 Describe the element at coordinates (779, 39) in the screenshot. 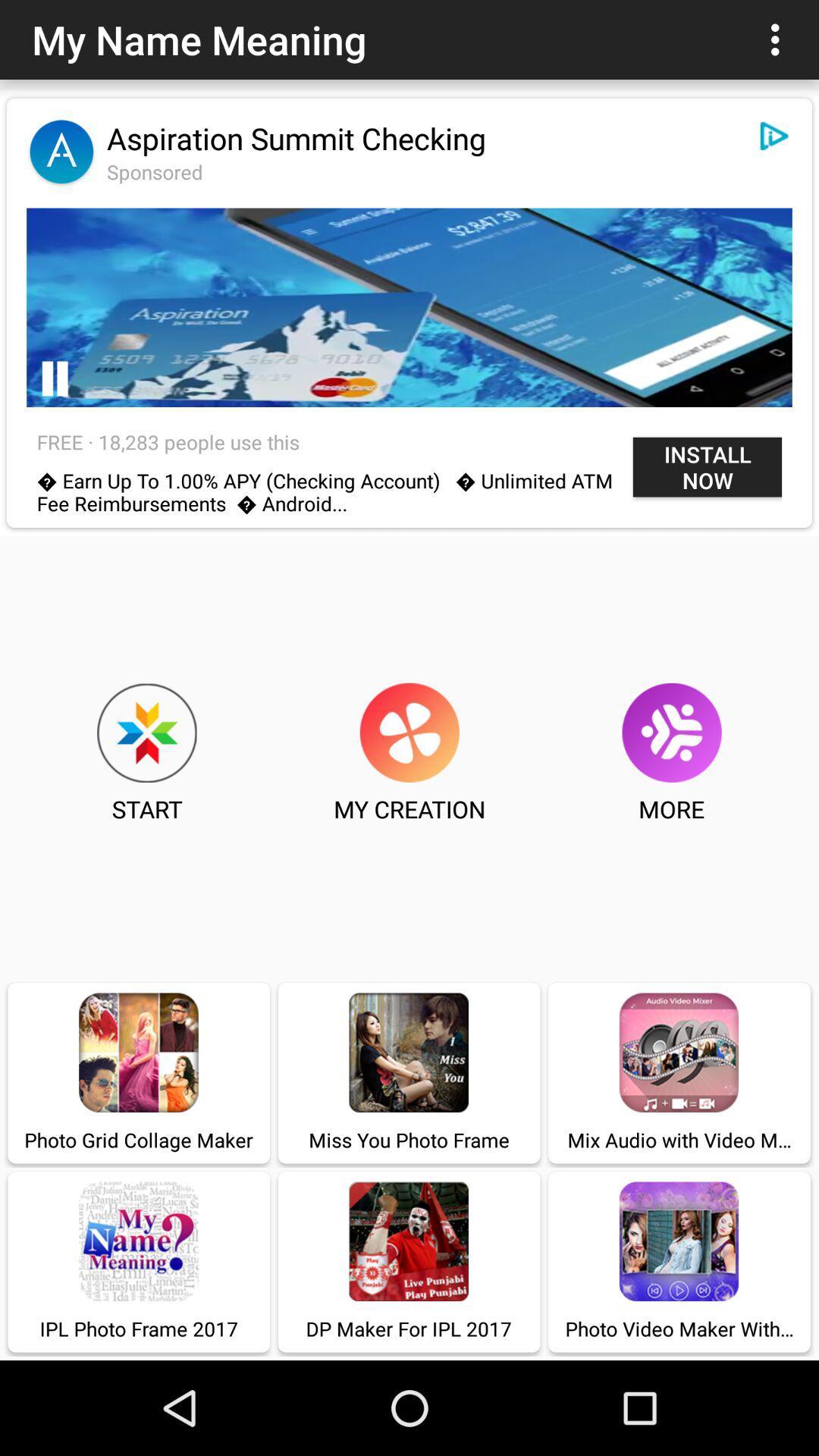

I see `the app next to my name meaning` at that location.